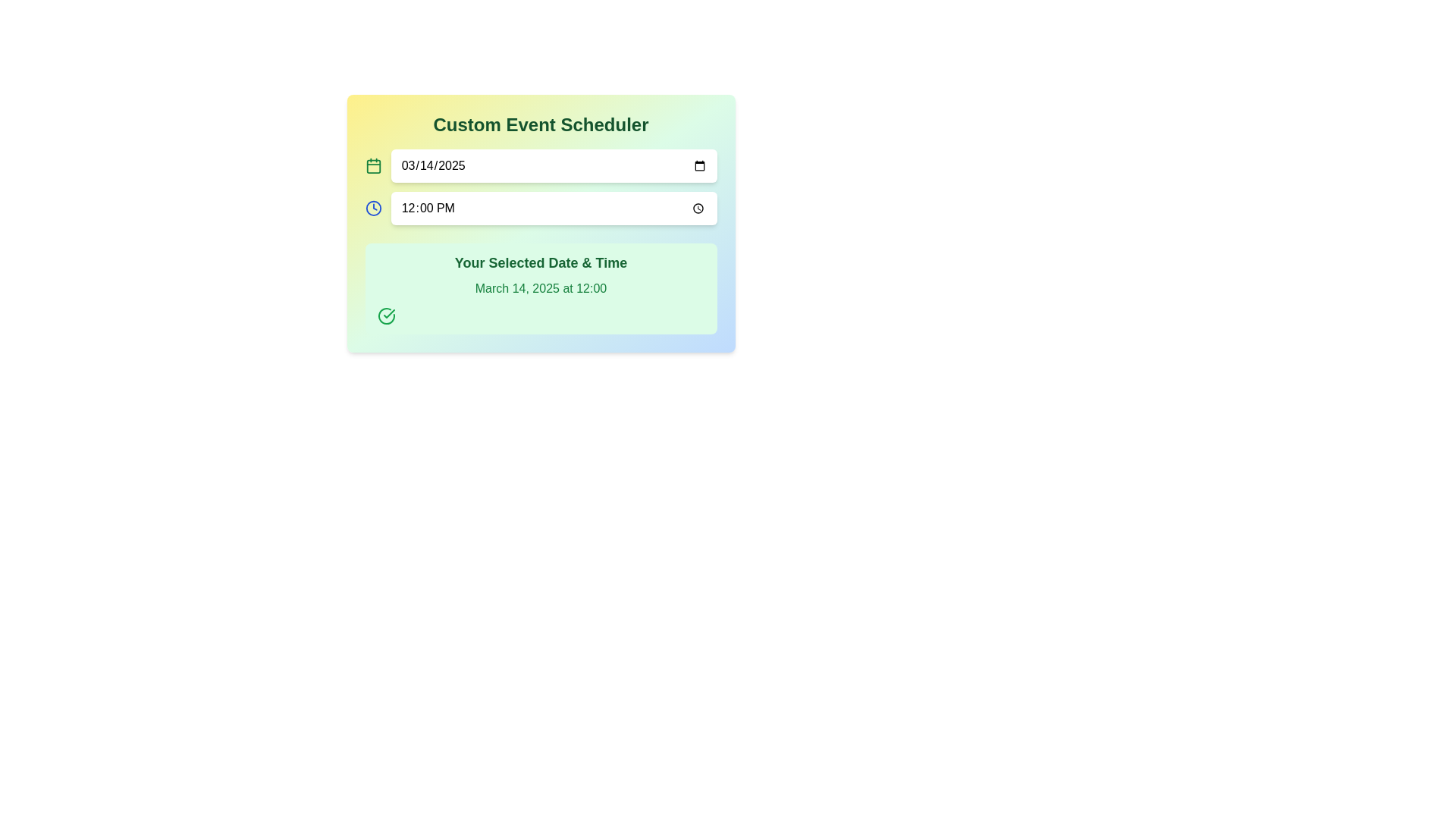  What do you see at coordinates (541, 208) in the screenshot?
I see `the Time picker input field to enable keyboard interaction, identified by its blue clock icon on the left and the time display ('12:00 PM') in the middle` at bounding box center [541, 208].